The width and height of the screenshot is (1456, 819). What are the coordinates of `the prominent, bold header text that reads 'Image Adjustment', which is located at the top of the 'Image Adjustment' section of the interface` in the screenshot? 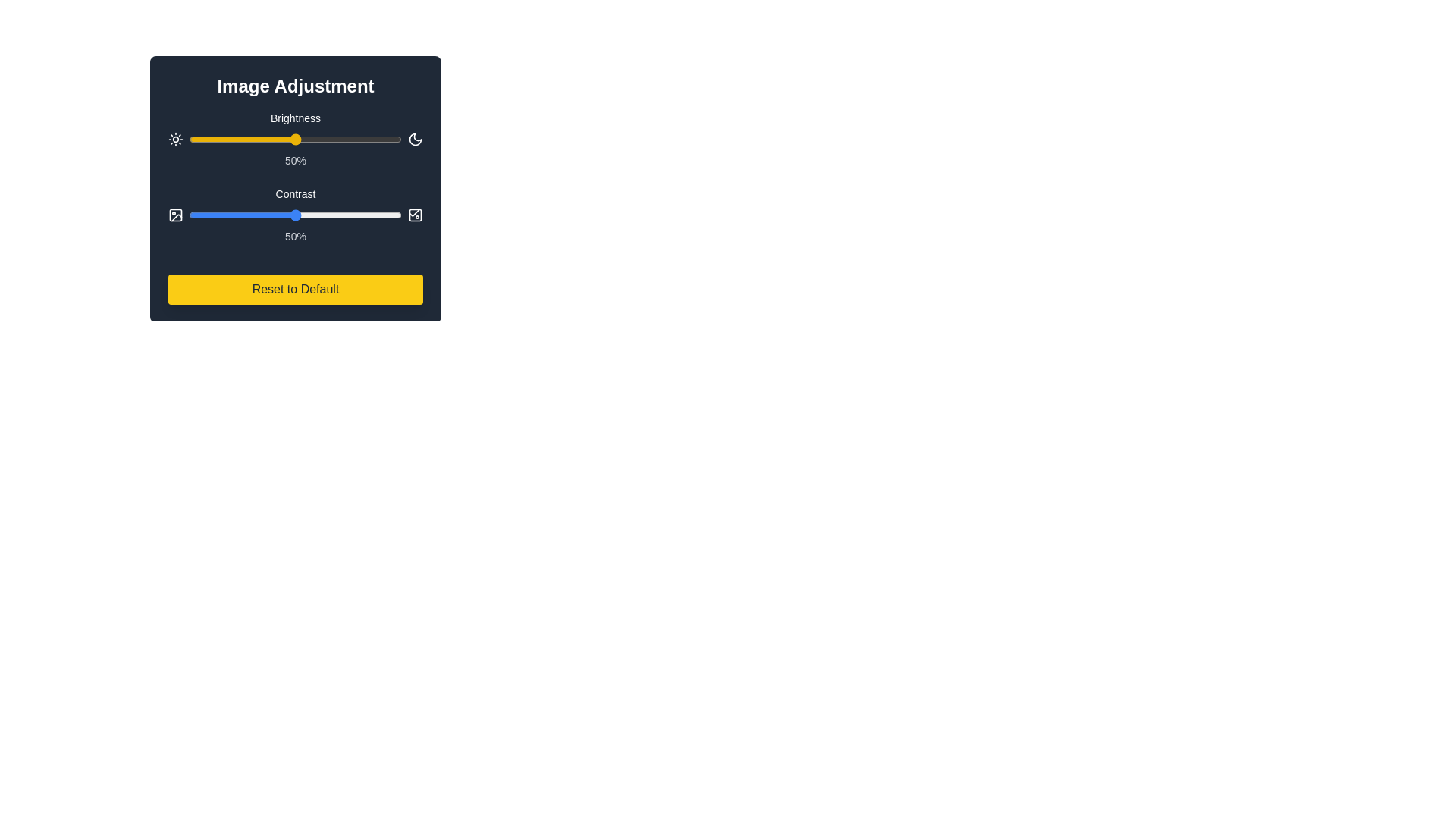 It's located at (295, 86).